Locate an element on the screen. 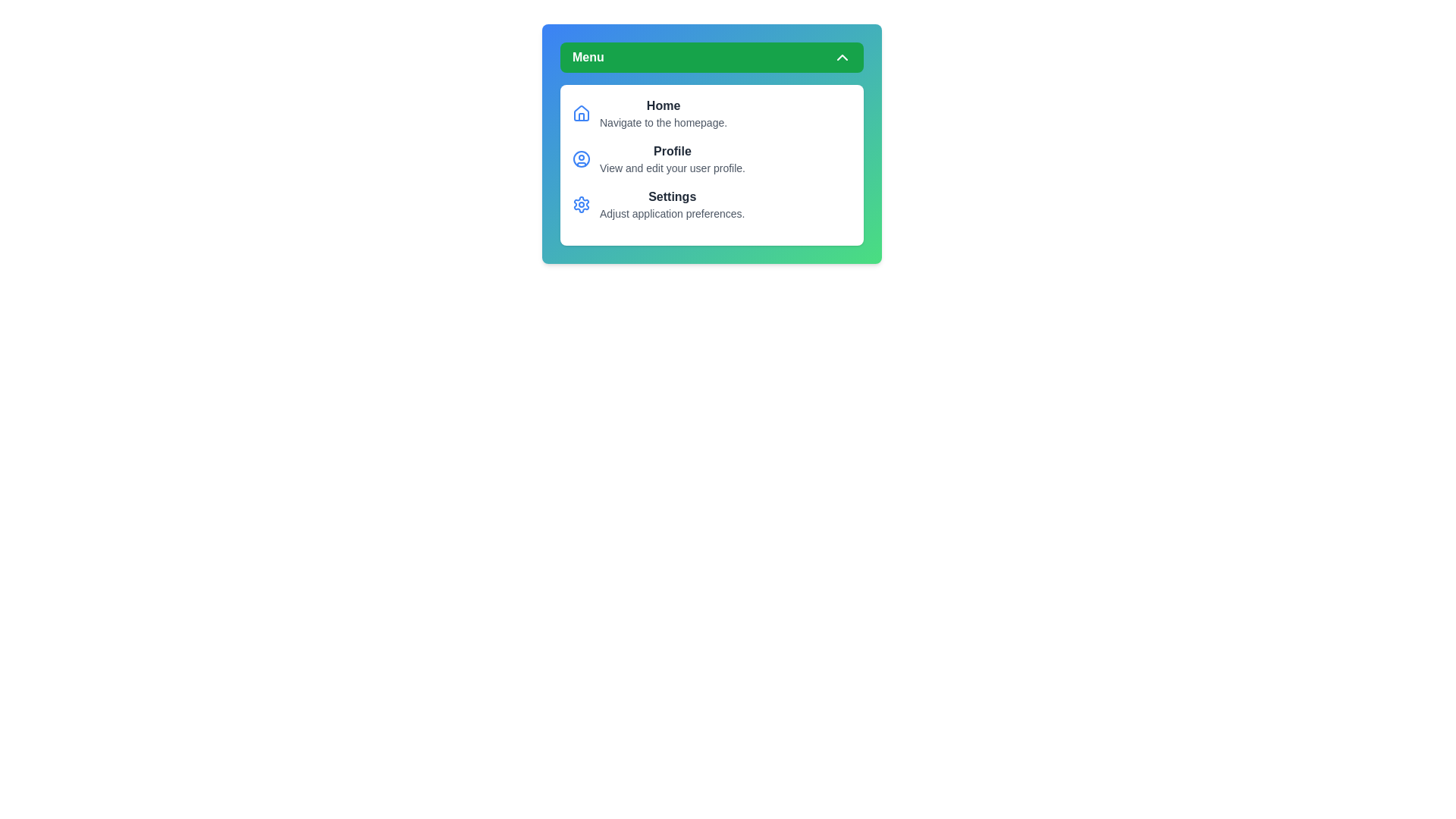 This screenshot has width=1456, height=819. the icon associated with the Profile menu item is located at coordinates (581, 158).